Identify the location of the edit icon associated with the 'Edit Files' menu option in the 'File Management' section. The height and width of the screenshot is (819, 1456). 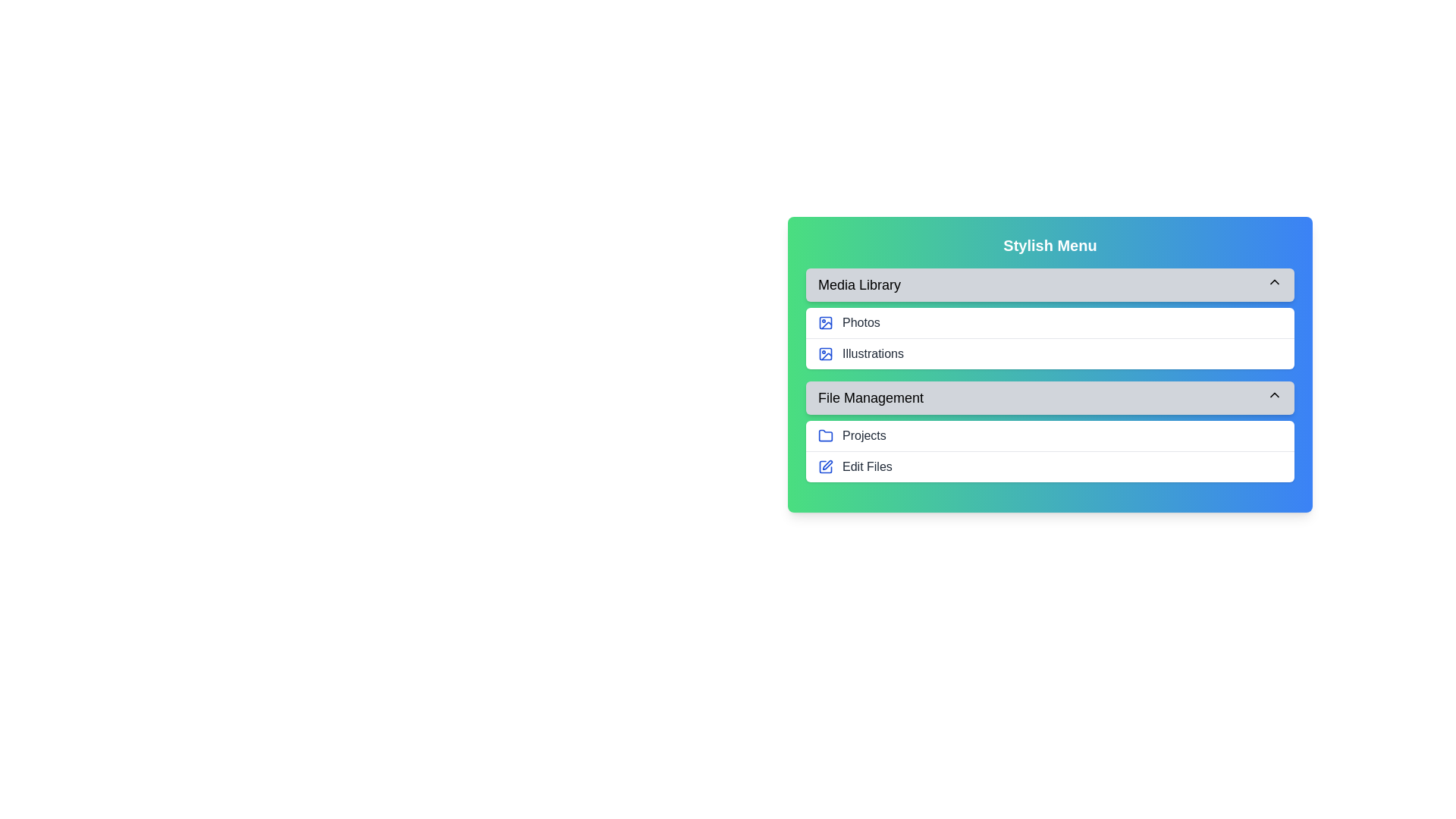
(825, 466).